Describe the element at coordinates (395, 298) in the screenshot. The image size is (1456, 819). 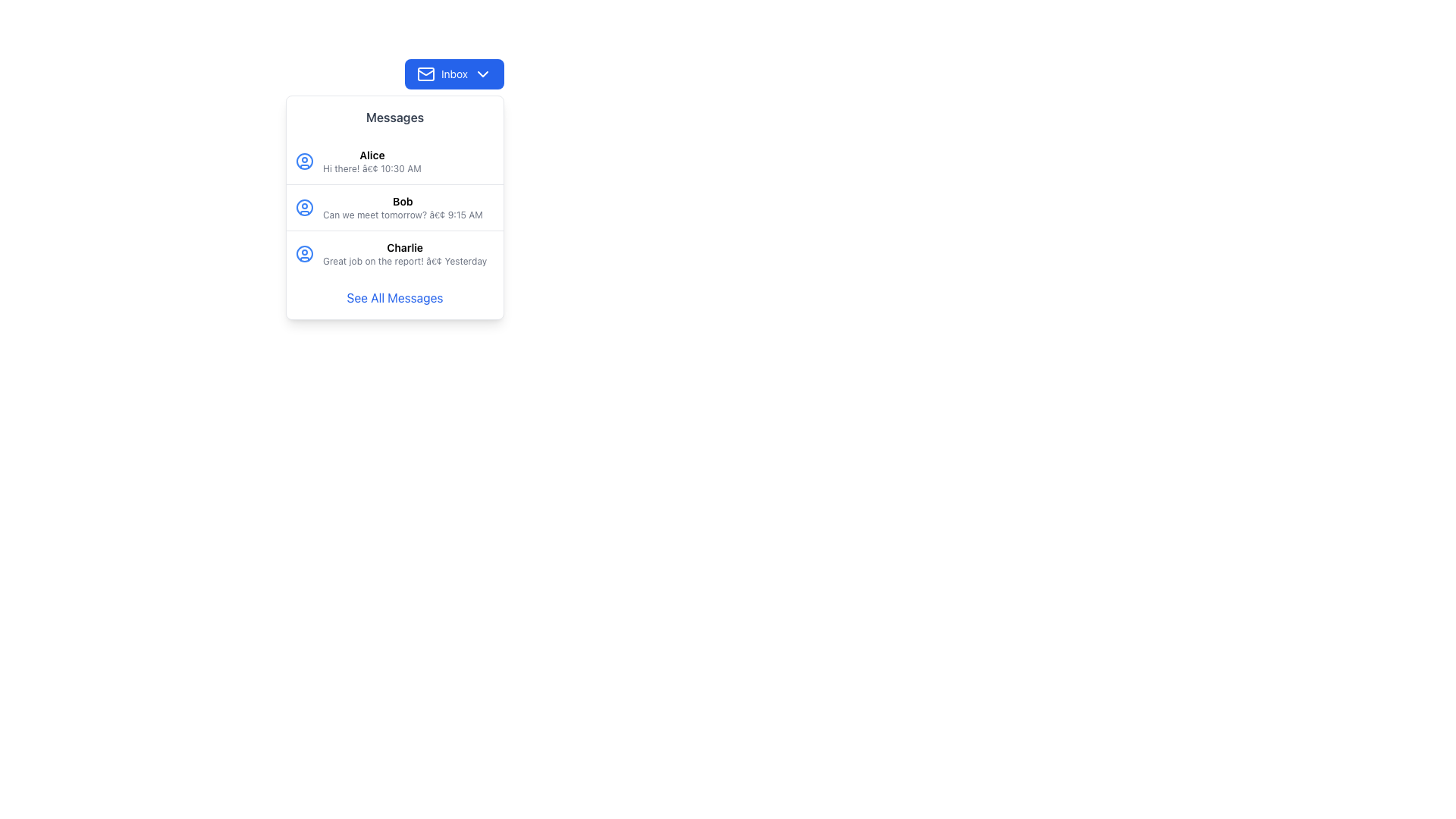
I see `the text link at the bottom of the pop-up` at that location.